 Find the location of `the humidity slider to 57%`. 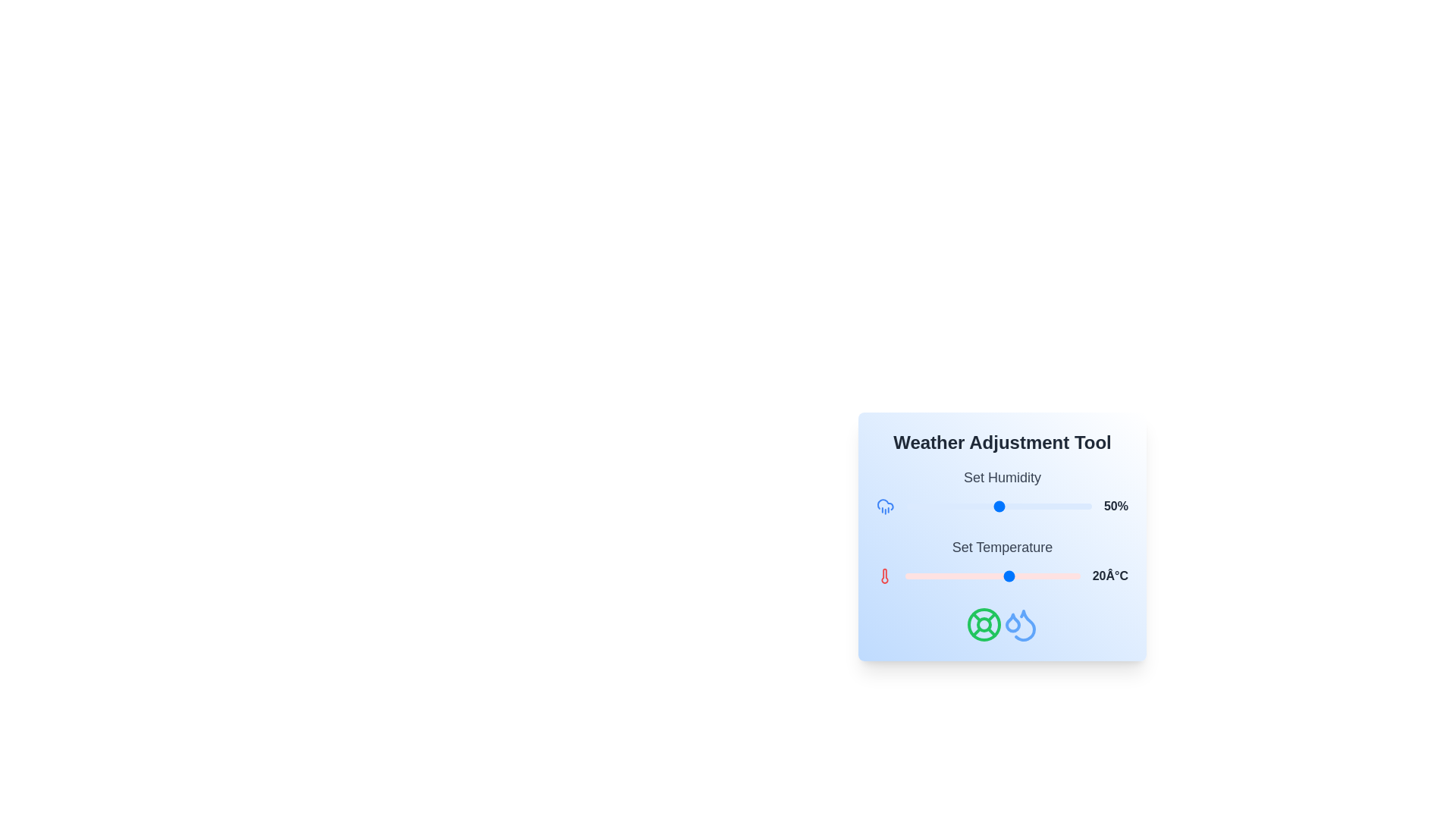

the humidity slider to 57% is located at coordinates (1012, 506).